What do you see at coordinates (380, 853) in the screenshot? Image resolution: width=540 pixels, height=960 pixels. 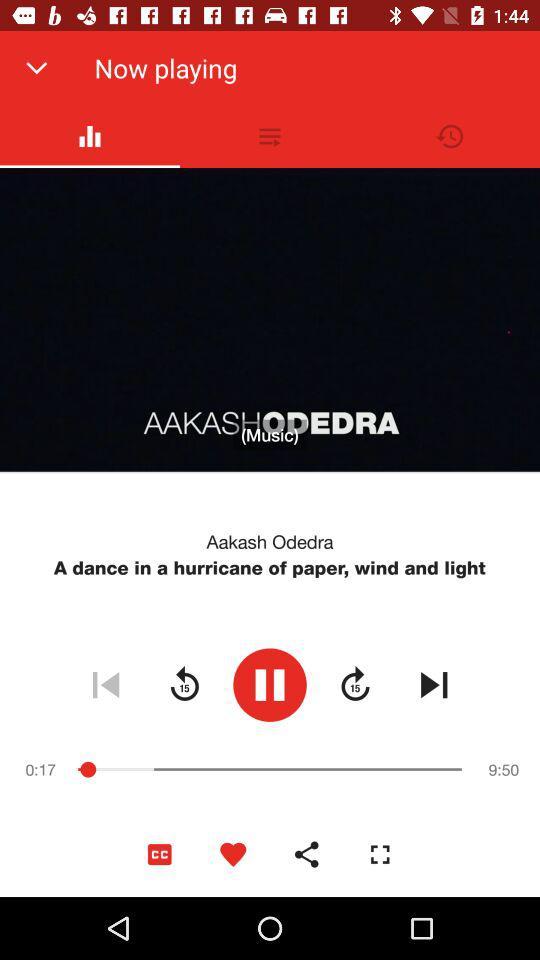 I see `the fullscreen icon` at bounding box center [380, 853].